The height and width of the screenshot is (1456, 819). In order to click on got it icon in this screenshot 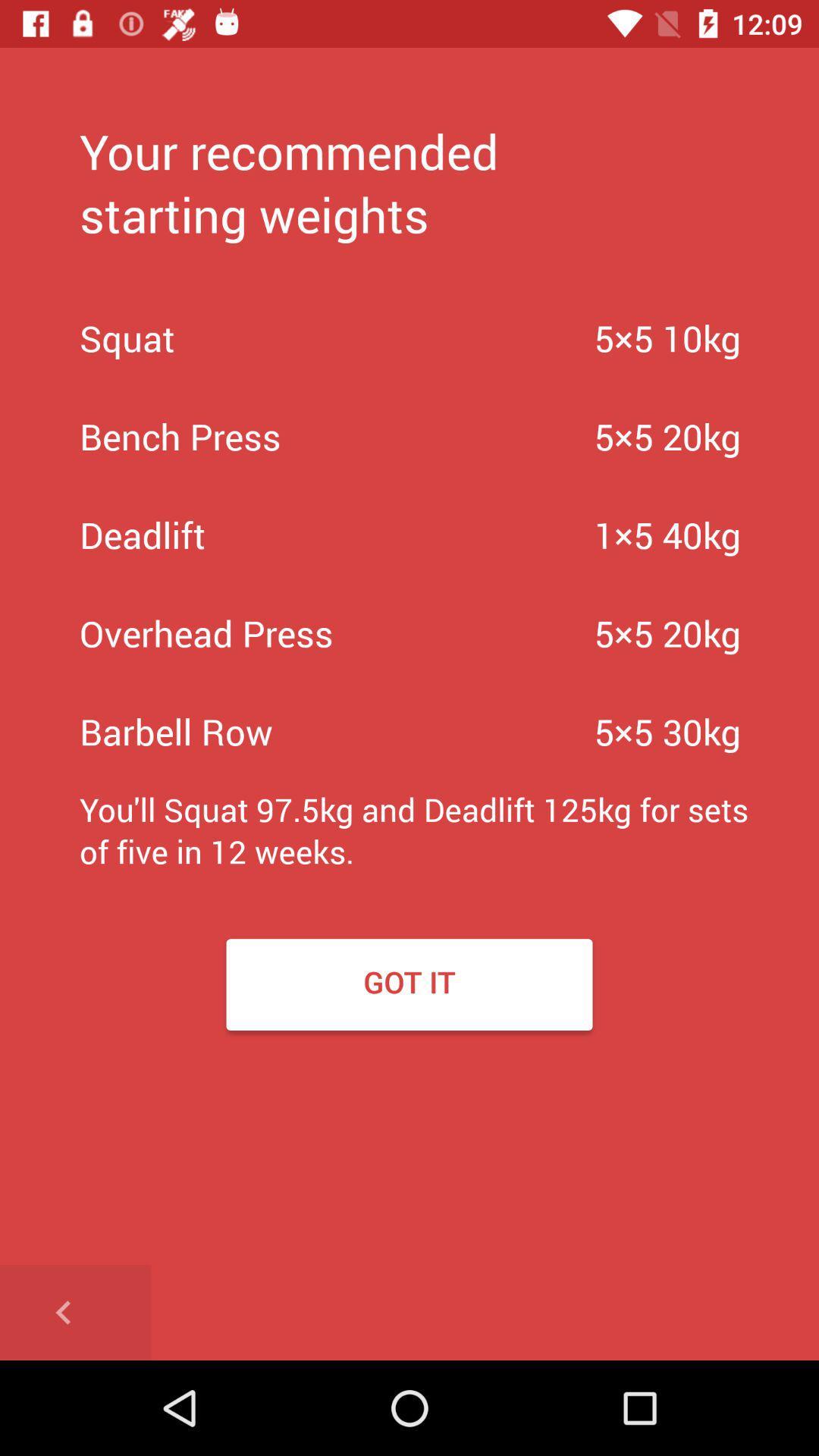, I will do `click(409, 984)`.